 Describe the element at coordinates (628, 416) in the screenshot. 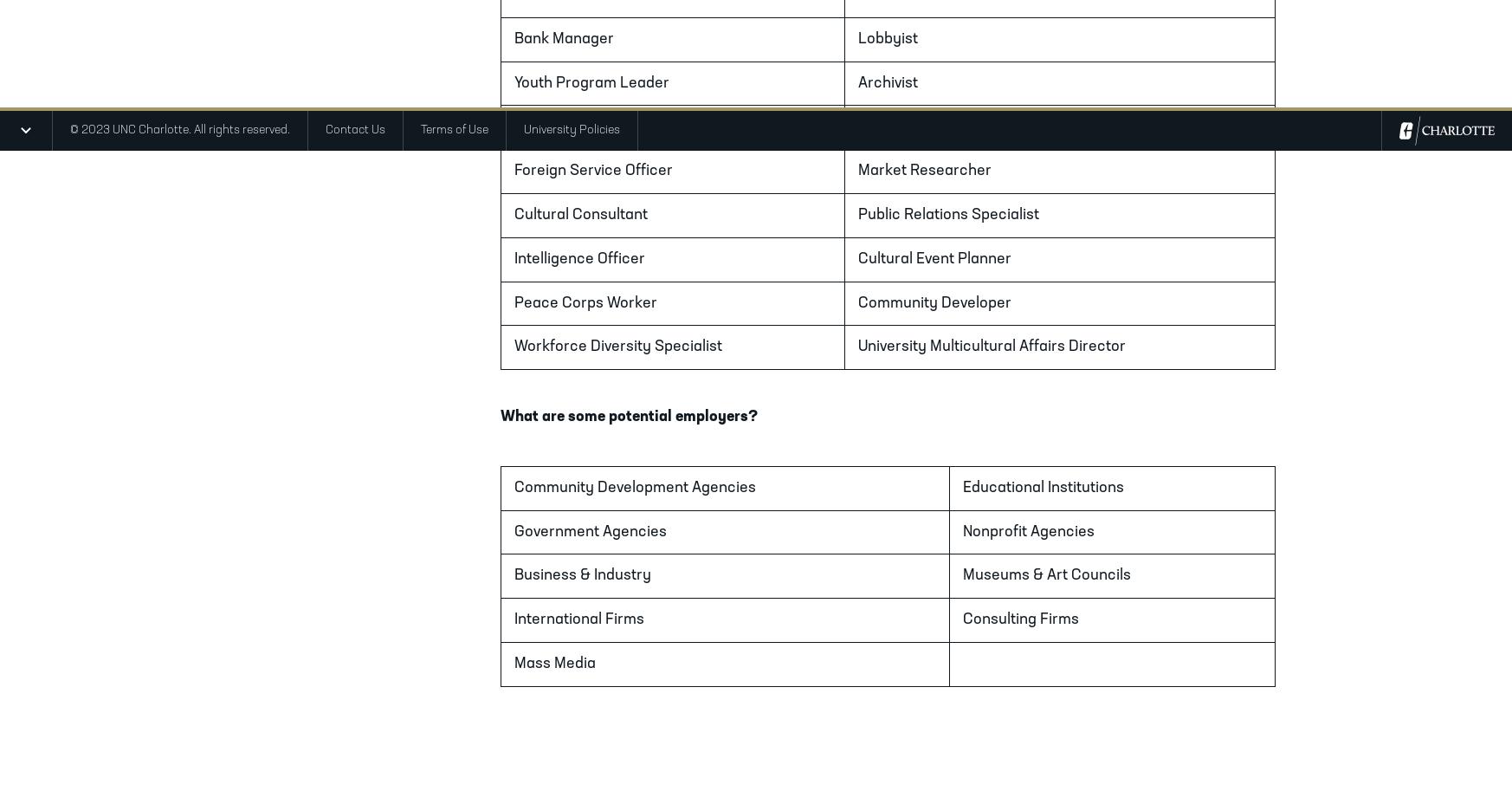

I see `'What are some potential employers?'` at that location.